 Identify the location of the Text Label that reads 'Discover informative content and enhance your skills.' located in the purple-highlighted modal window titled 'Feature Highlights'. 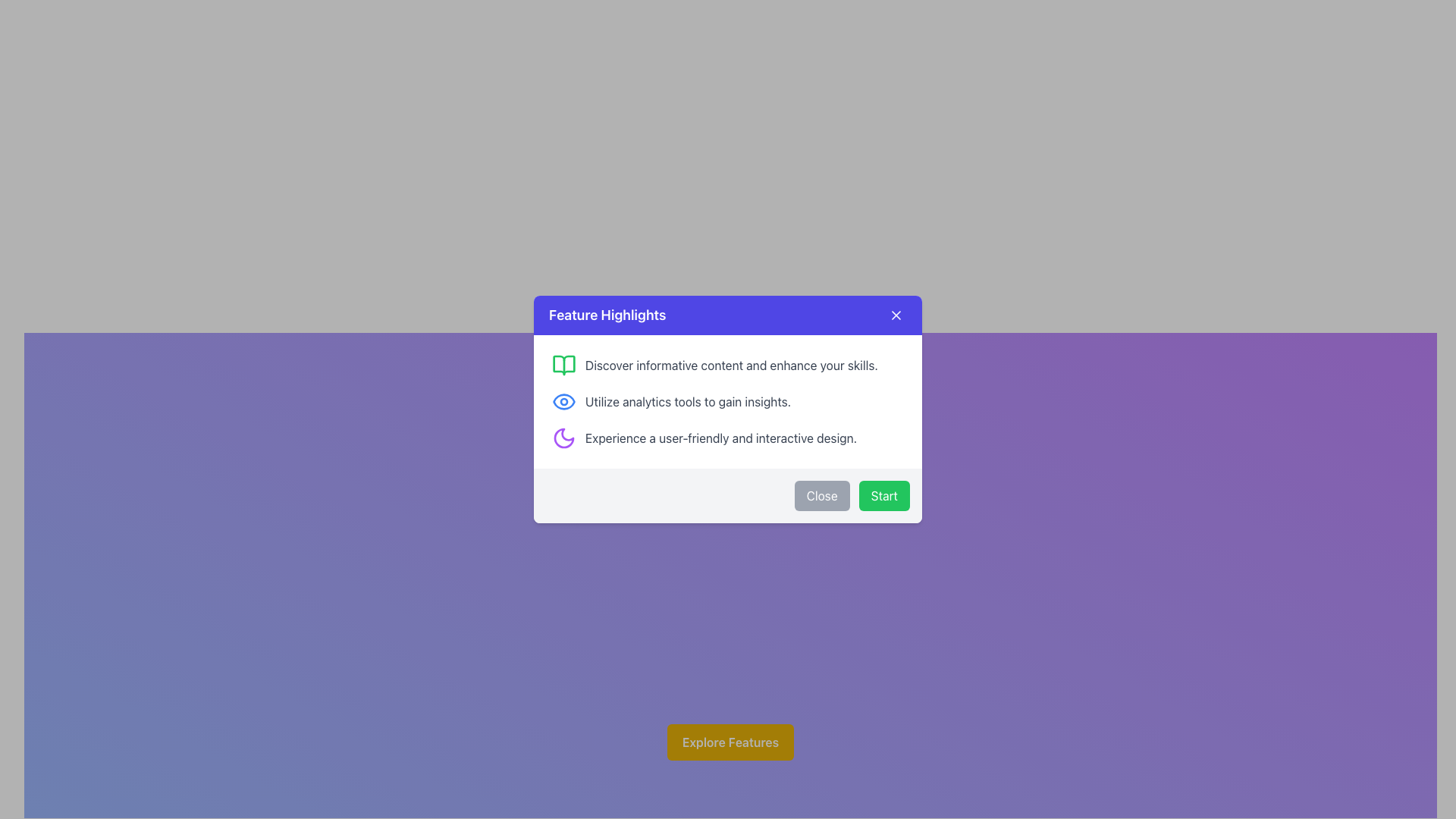
(731, 366).